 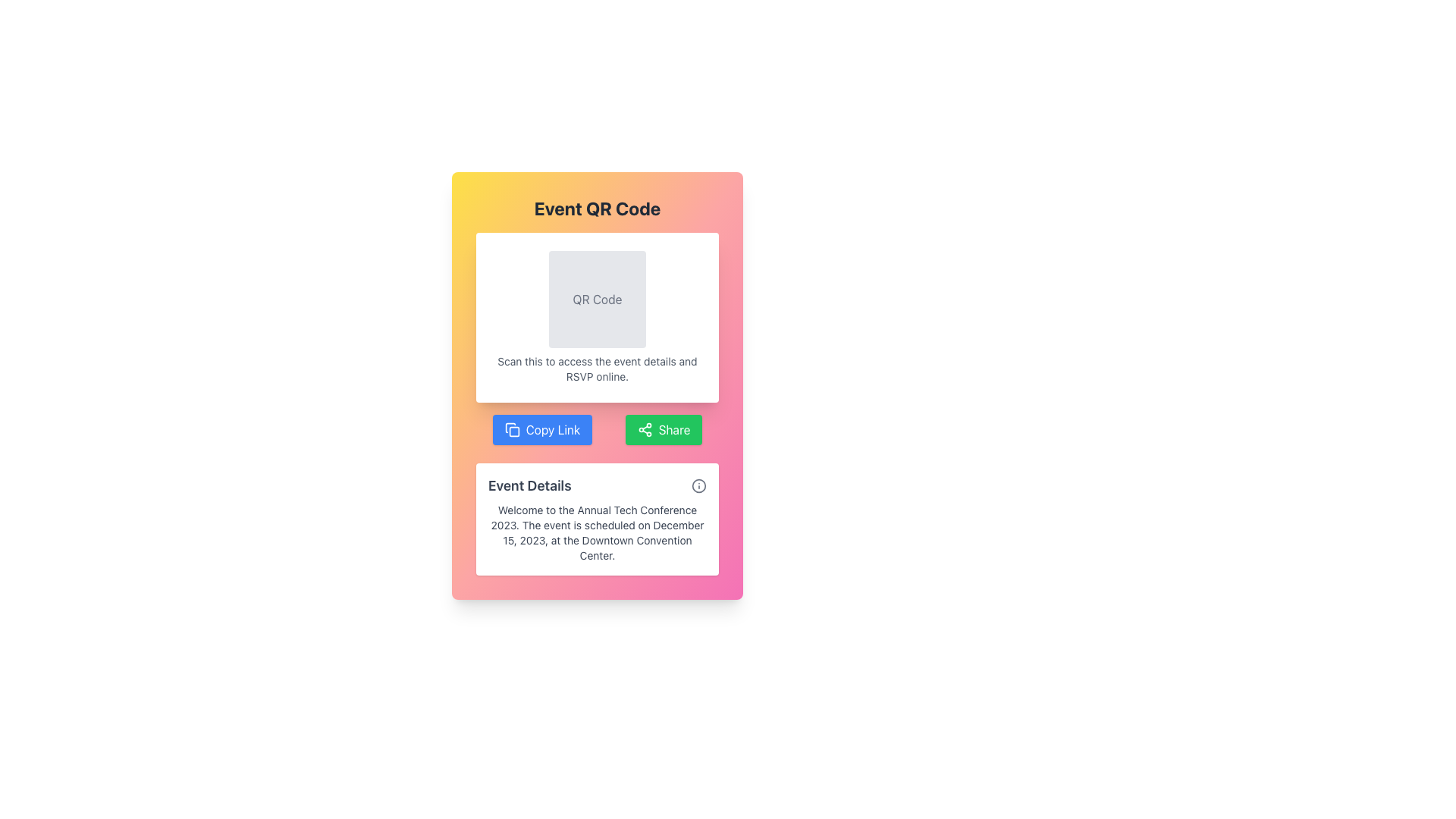 What do you see at coordinates (596, 519) in the screenshot?
I see `the Informational Text Block that provides details about the Annual Tech Conference 2023, located beneath the 'Copy Link' and 'Share' buttons` at bounding box center [596, 519].